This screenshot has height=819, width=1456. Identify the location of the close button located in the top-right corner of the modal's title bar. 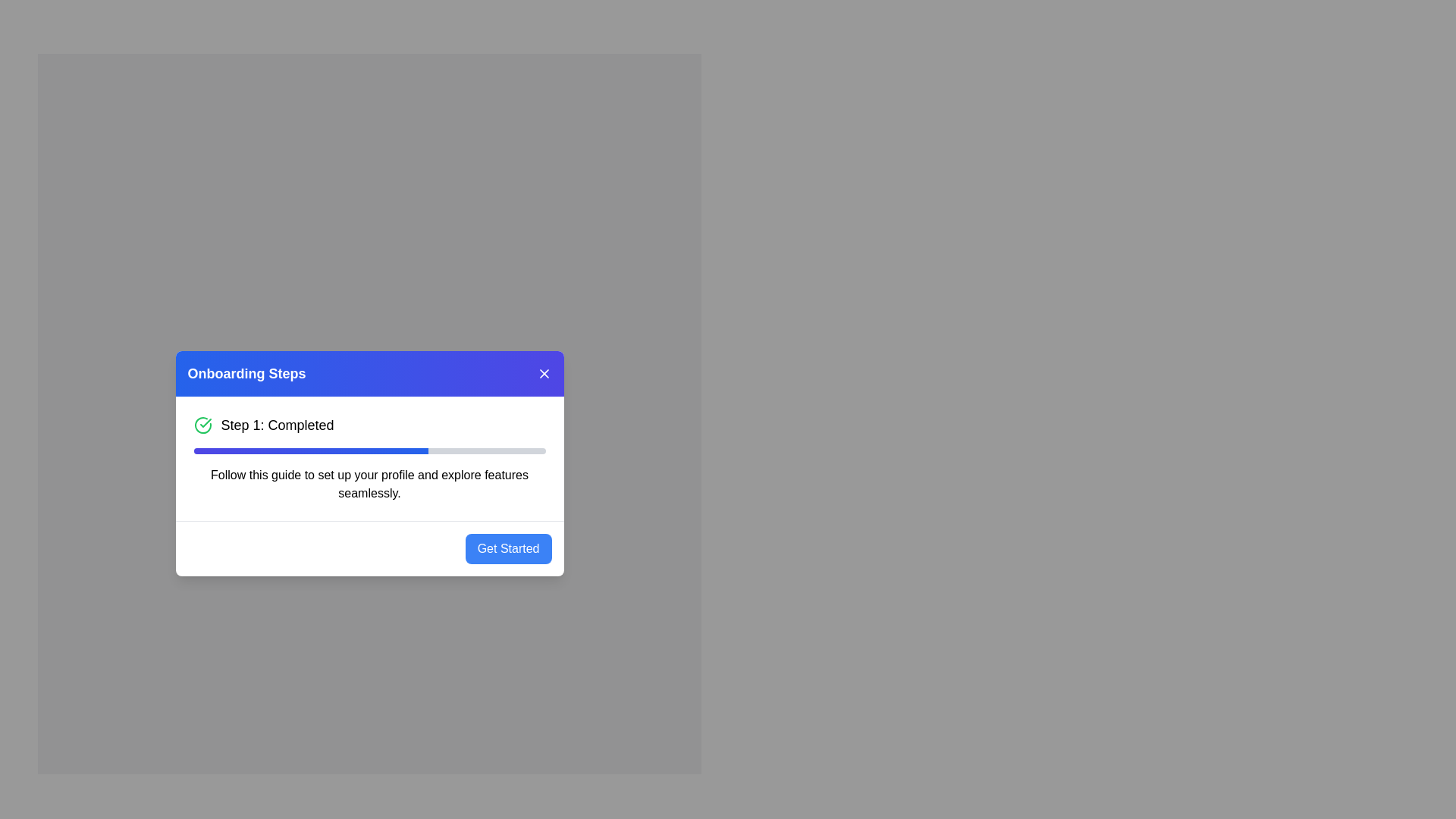
(544, 373).